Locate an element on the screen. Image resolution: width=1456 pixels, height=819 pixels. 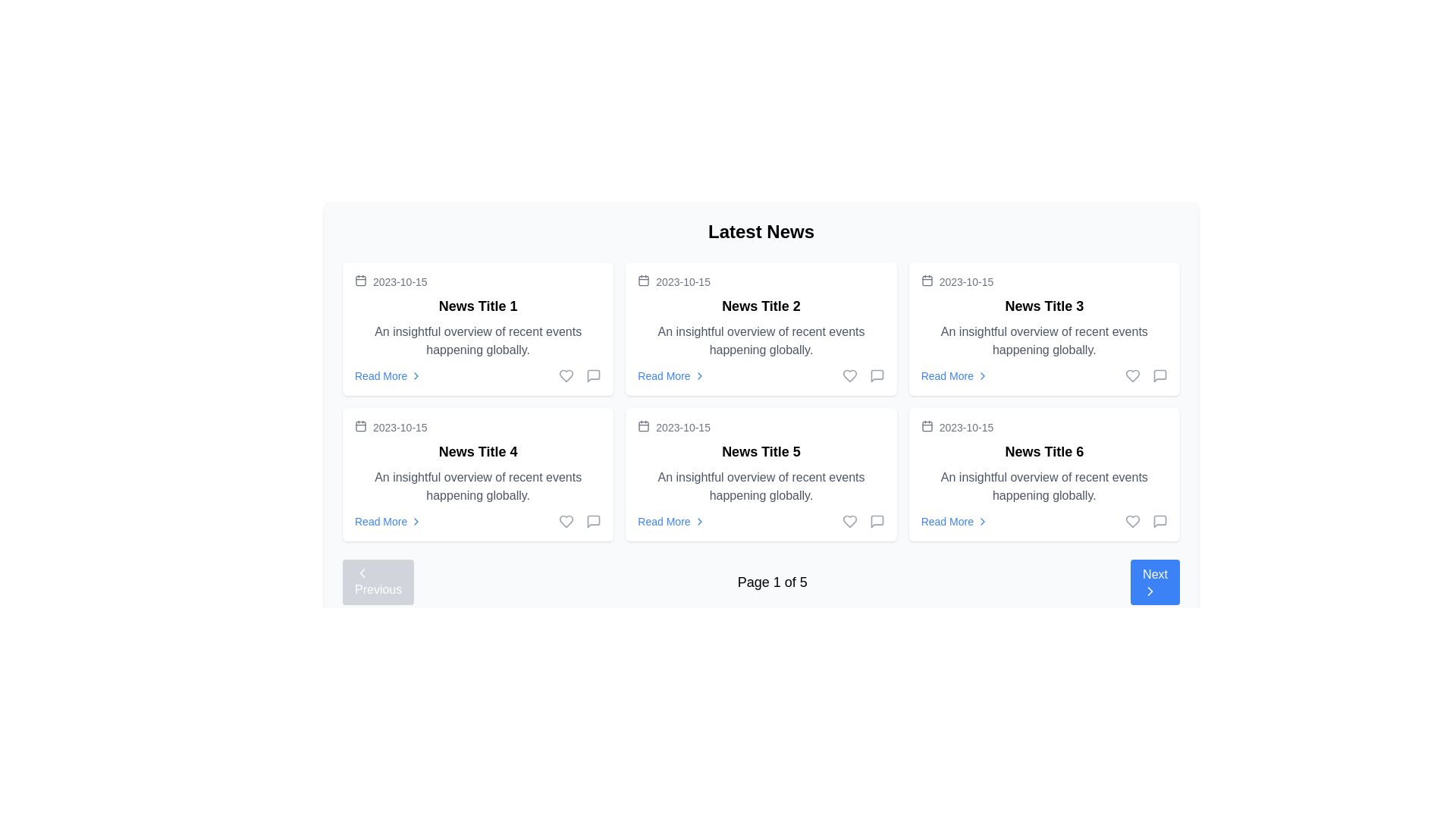
text displayed in the prominent text label titled 'News Title 5', which is bold and larger in font size, located in the second card of the news grid layout is located at coordinates (761, 451).